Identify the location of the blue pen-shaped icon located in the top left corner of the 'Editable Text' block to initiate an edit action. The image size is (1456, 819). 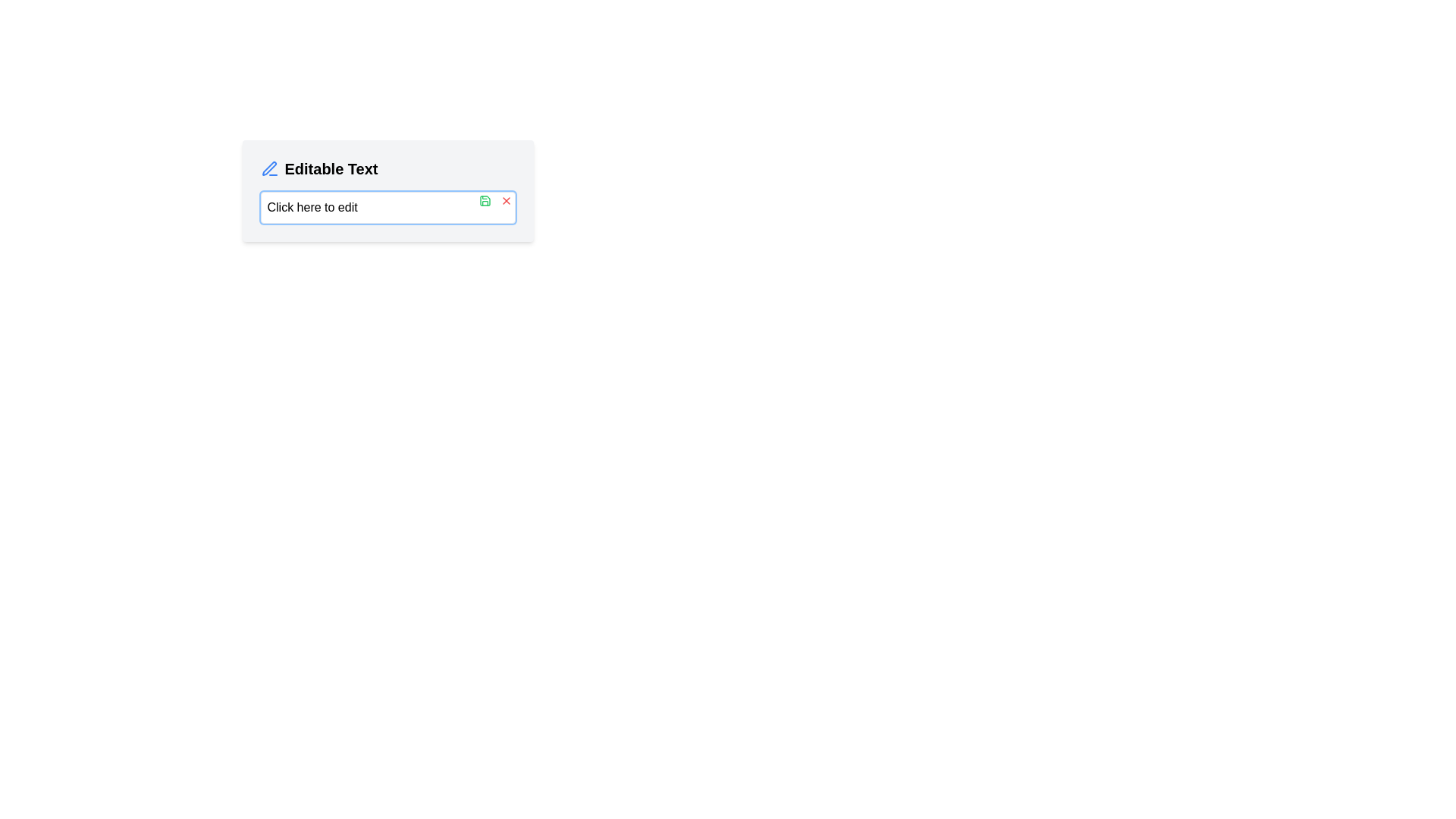
(269, 169).